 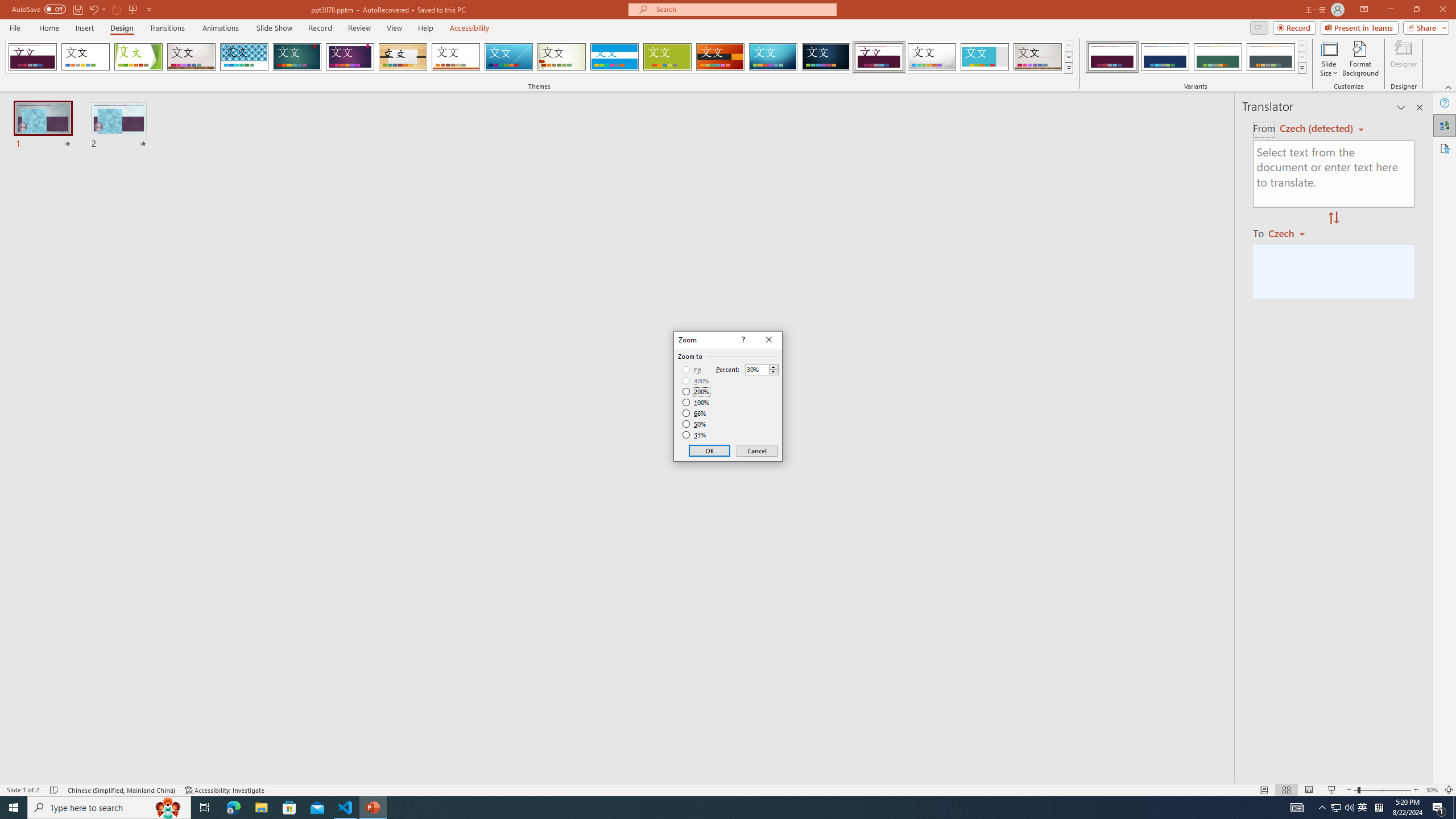 What do you see at coordinates (879, 56) in the screenshot?
I see `'Dividend'` at bounding box center [879, 56].